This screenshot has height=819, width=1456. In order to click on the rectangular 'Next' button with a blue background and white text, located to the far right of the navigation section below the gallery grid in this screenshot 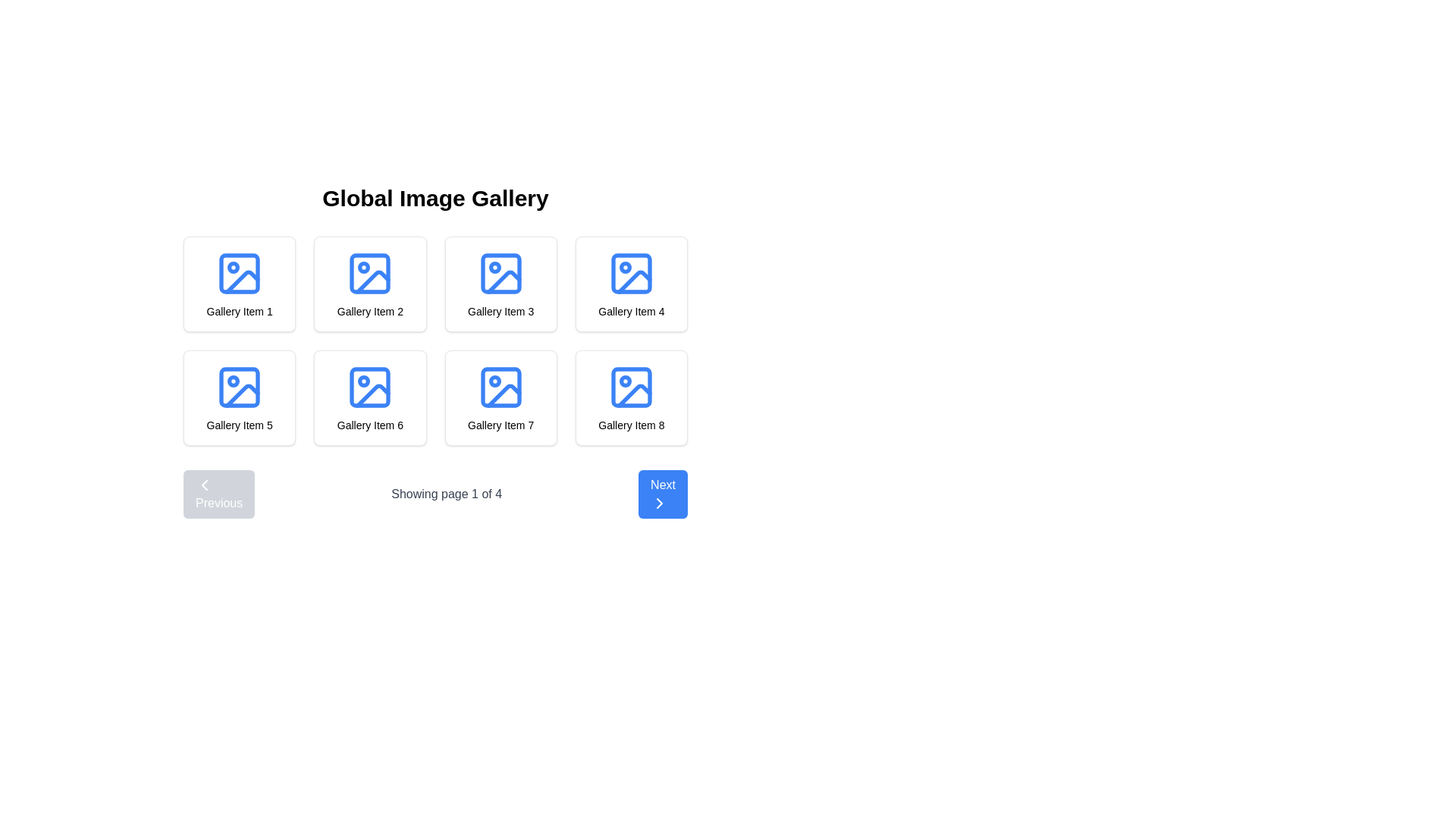, I will do `click(663, 494)`.